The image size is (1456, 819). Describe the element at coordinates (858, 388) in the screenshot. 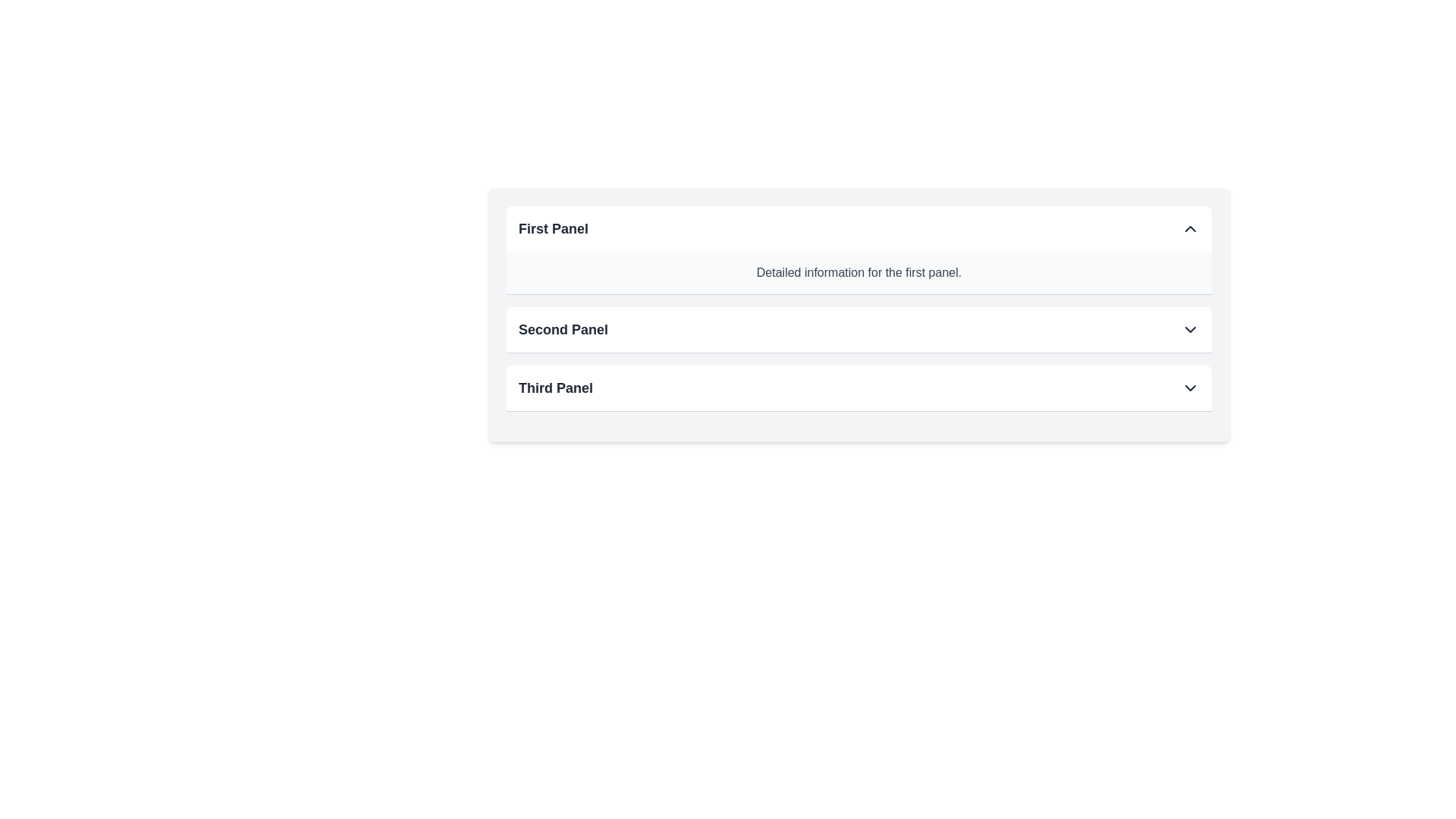

I see `the 'Third Panel' collapsible header` at that location.